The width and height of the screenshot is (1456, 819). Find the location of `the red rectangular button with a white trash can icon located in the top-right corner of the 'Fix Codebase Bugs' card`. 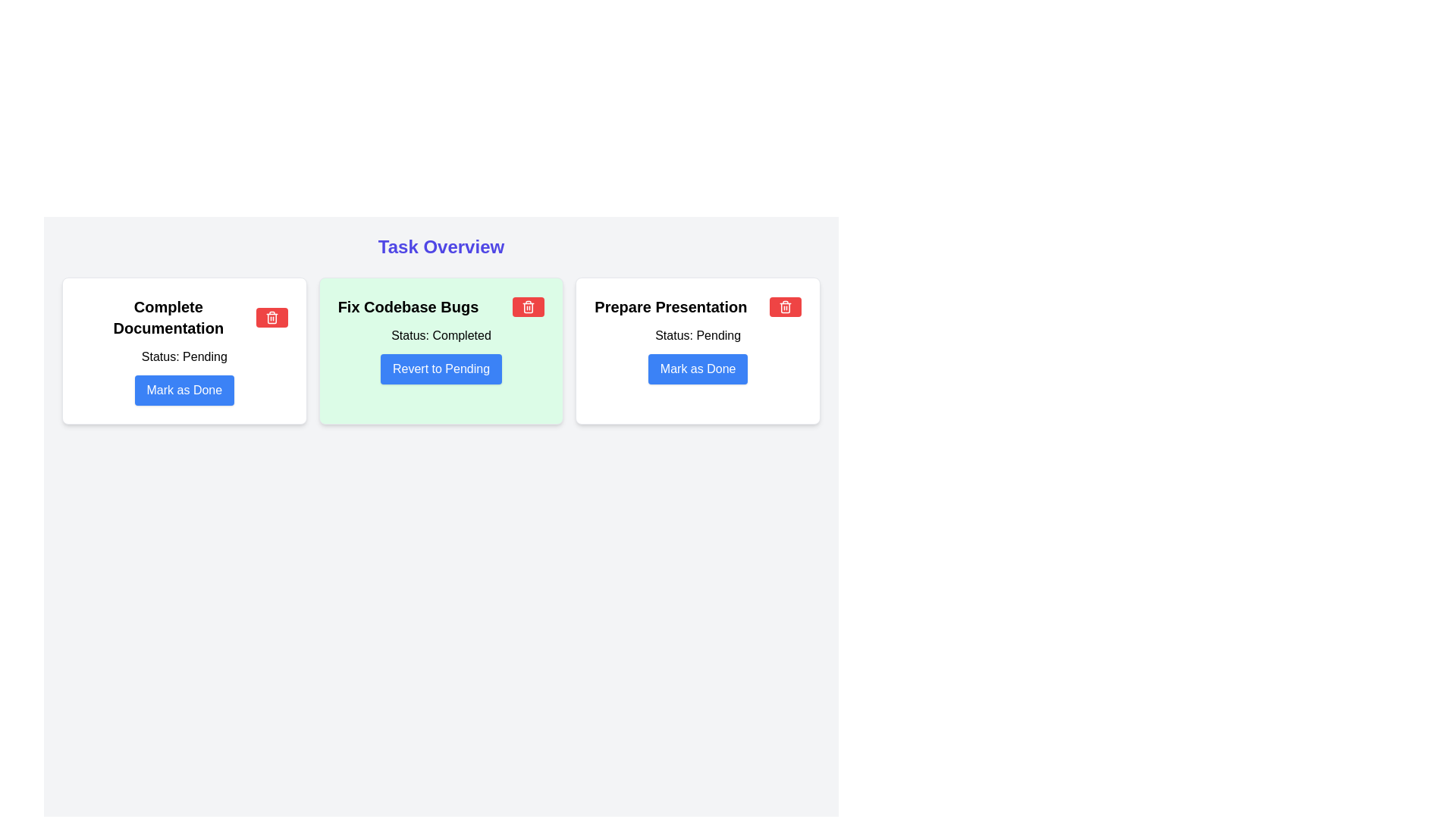

the red rectangular button with a white trash can icon located in the top-right corner of the 'Fix Codebase Bugs' card is located at coordinates (529, 307).